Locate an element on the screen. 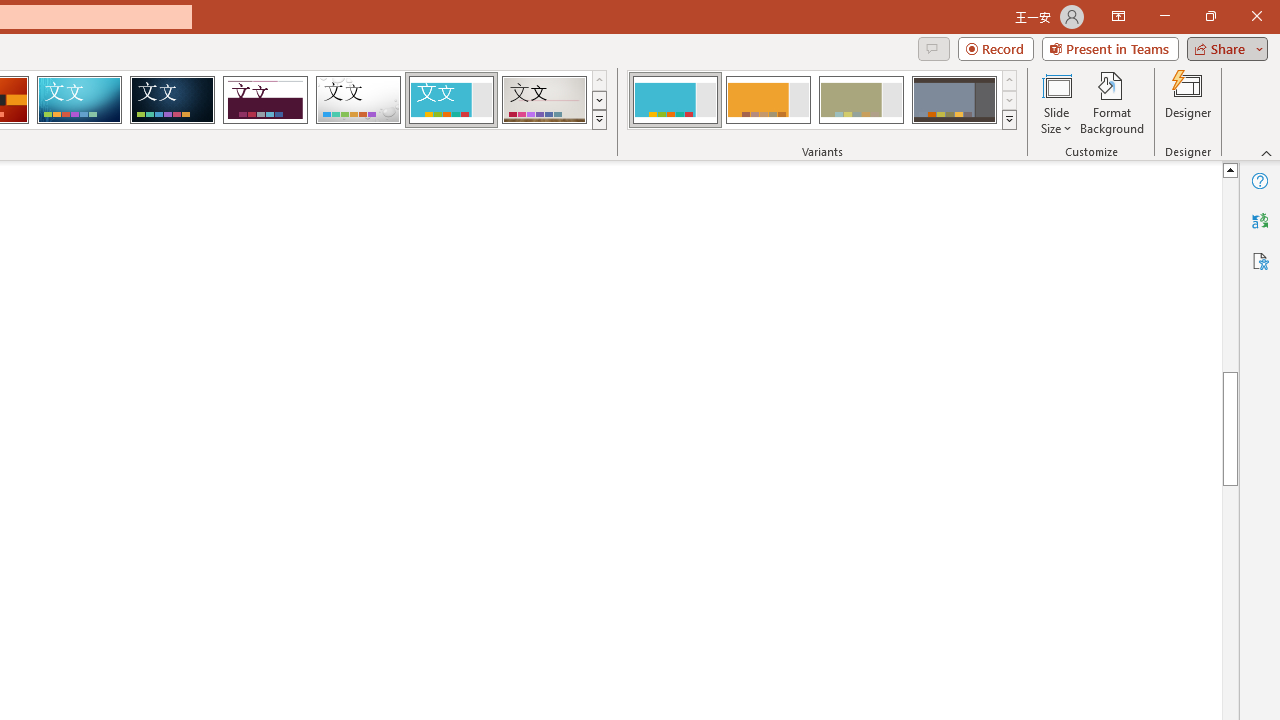 Image resolution: width=1280 pixels, height=720 pixels. 'Droplet' is located at coordinates (358, 100).